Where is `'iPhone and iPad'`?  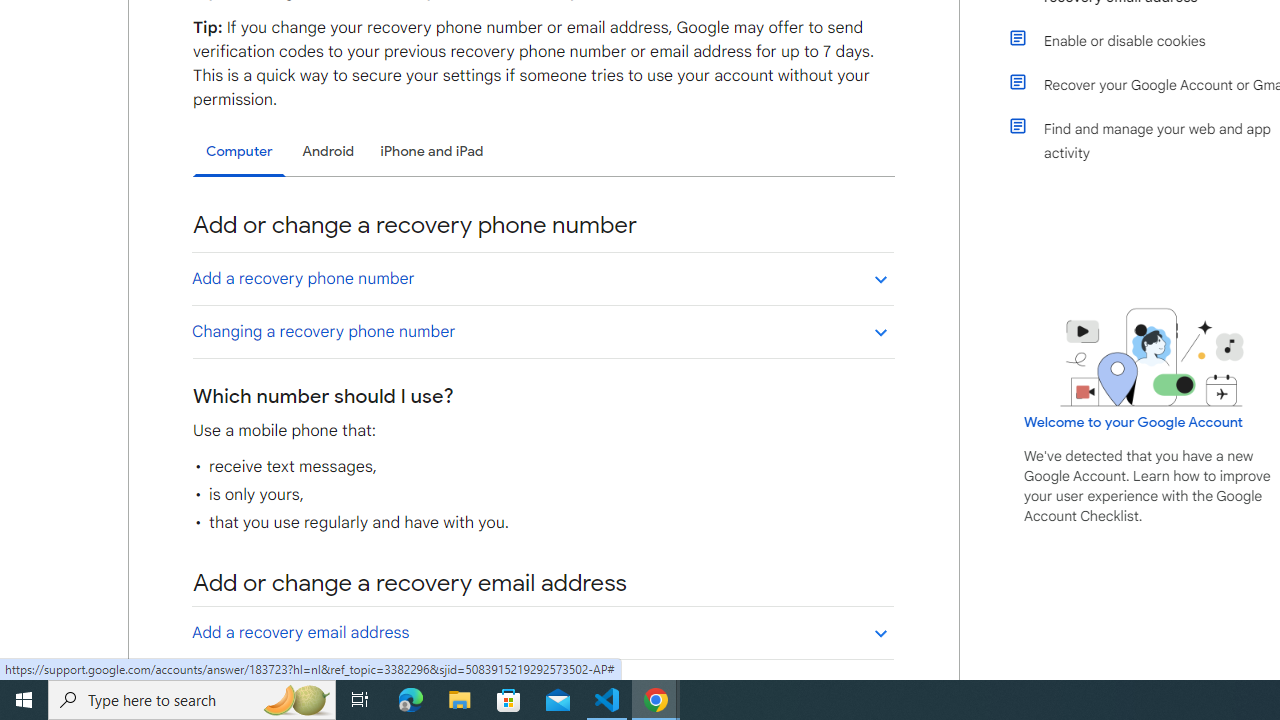 'iPhone and iPad' is located at coordinates (431, 150).